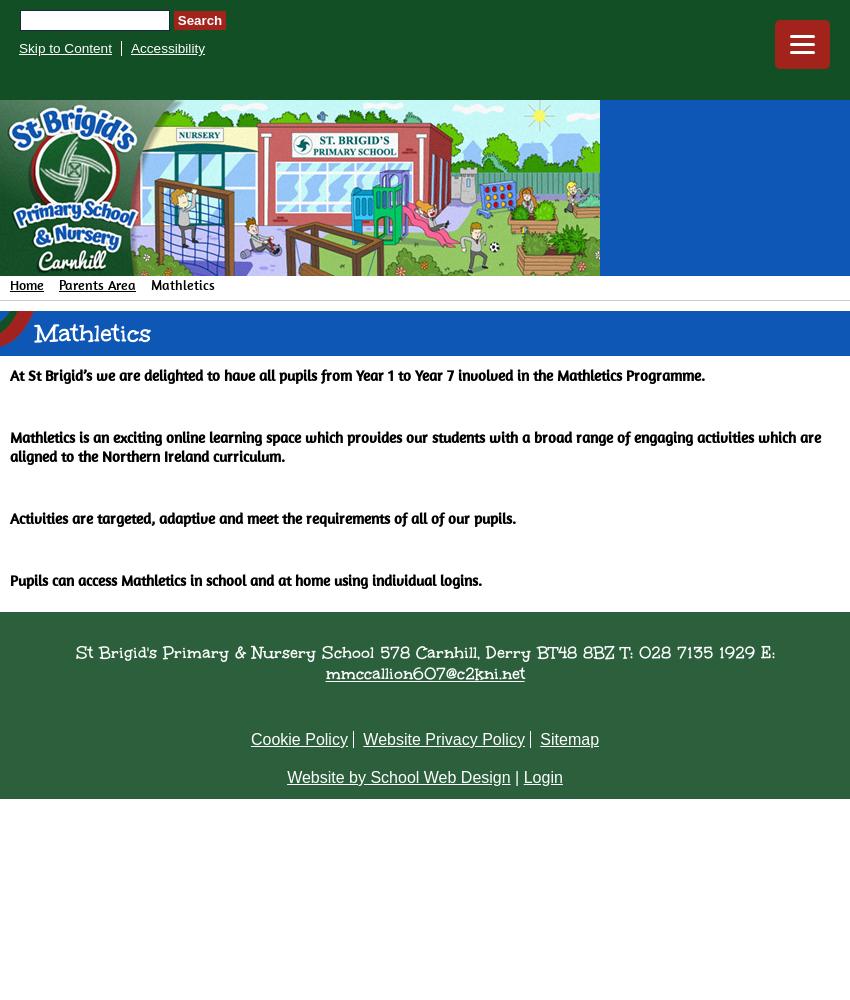  Describe the element at coordinates (356, 375) in the screenshot. I see `'At St Brigid’s we are delighted to have all pupils from Year 1 to Year 7 involved in the Mathletics Programme.'` at that location.